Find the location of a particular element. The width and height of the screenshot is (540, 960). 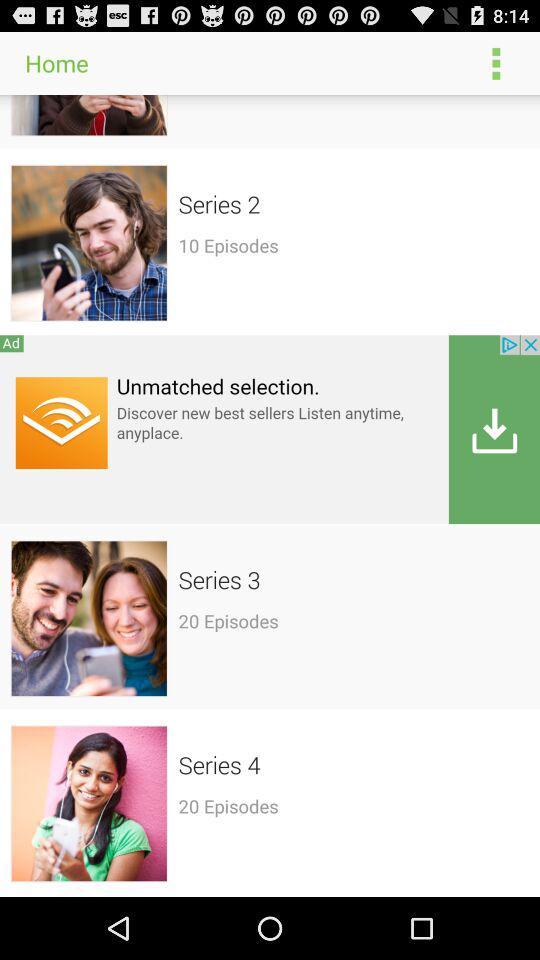

open audible advertisement is located at coordinates (270, 429).